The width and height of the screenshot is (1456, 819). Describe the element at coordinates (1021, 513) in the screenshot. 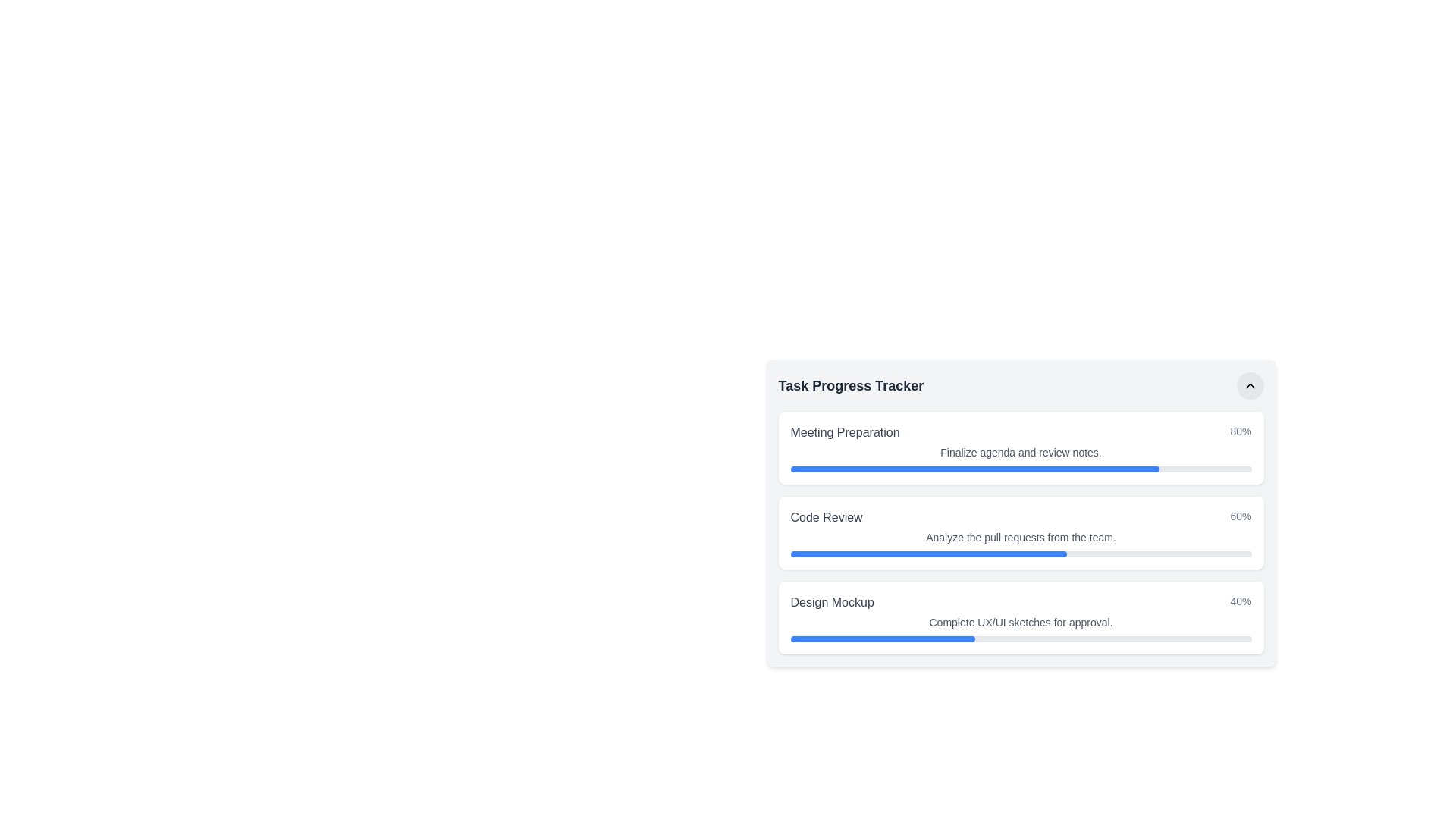

I see `the titles within the 'Task Progress Tracker' section, which is a light gray box with rounded corners containing three progress cards` at that location.